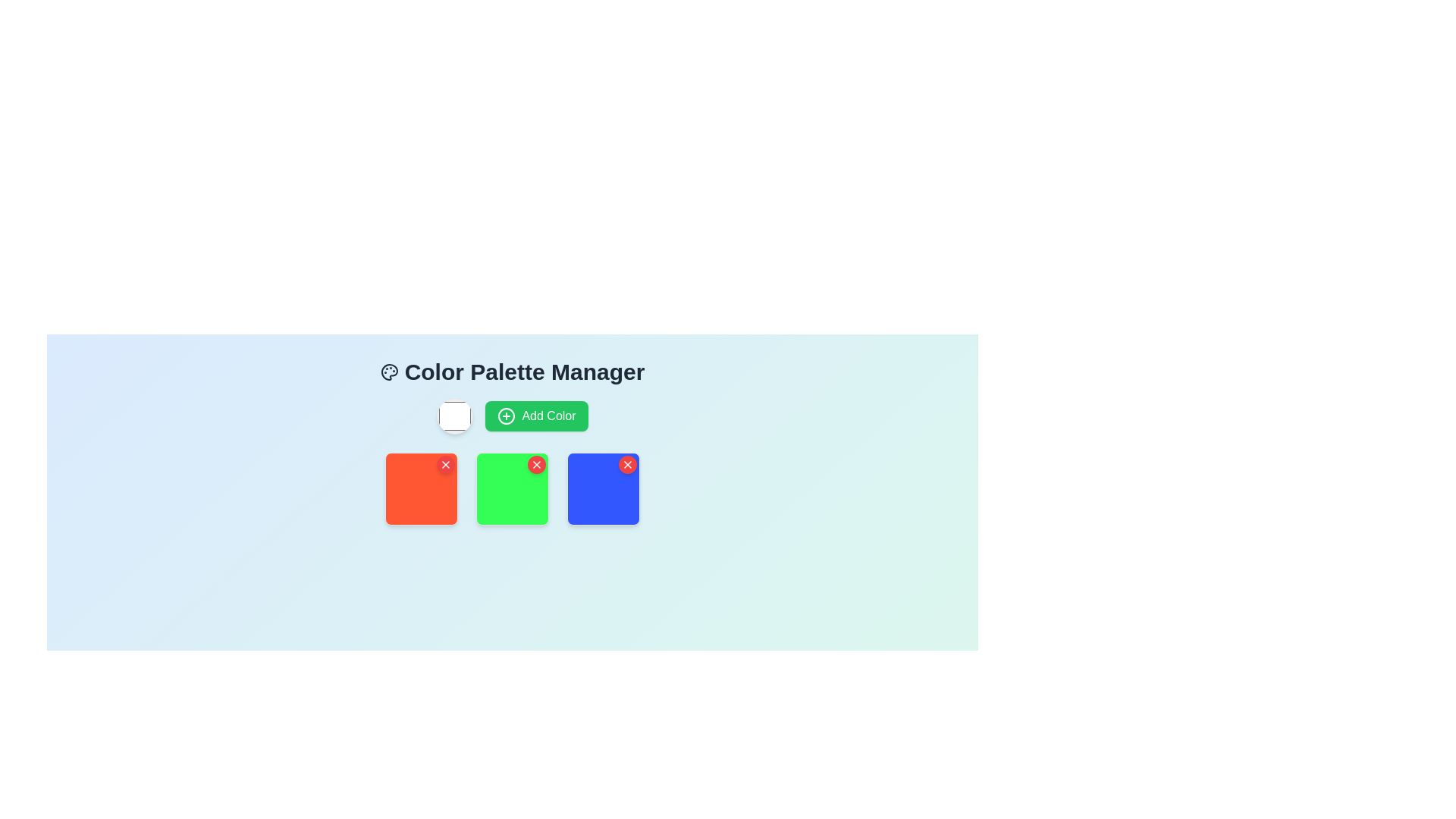 Image resolution: width=1456 pixels, height=819 pixels. I want to click on the decorative icon representing the color palette feature located near the title 'Color Palette Manager', so click(389, 372).